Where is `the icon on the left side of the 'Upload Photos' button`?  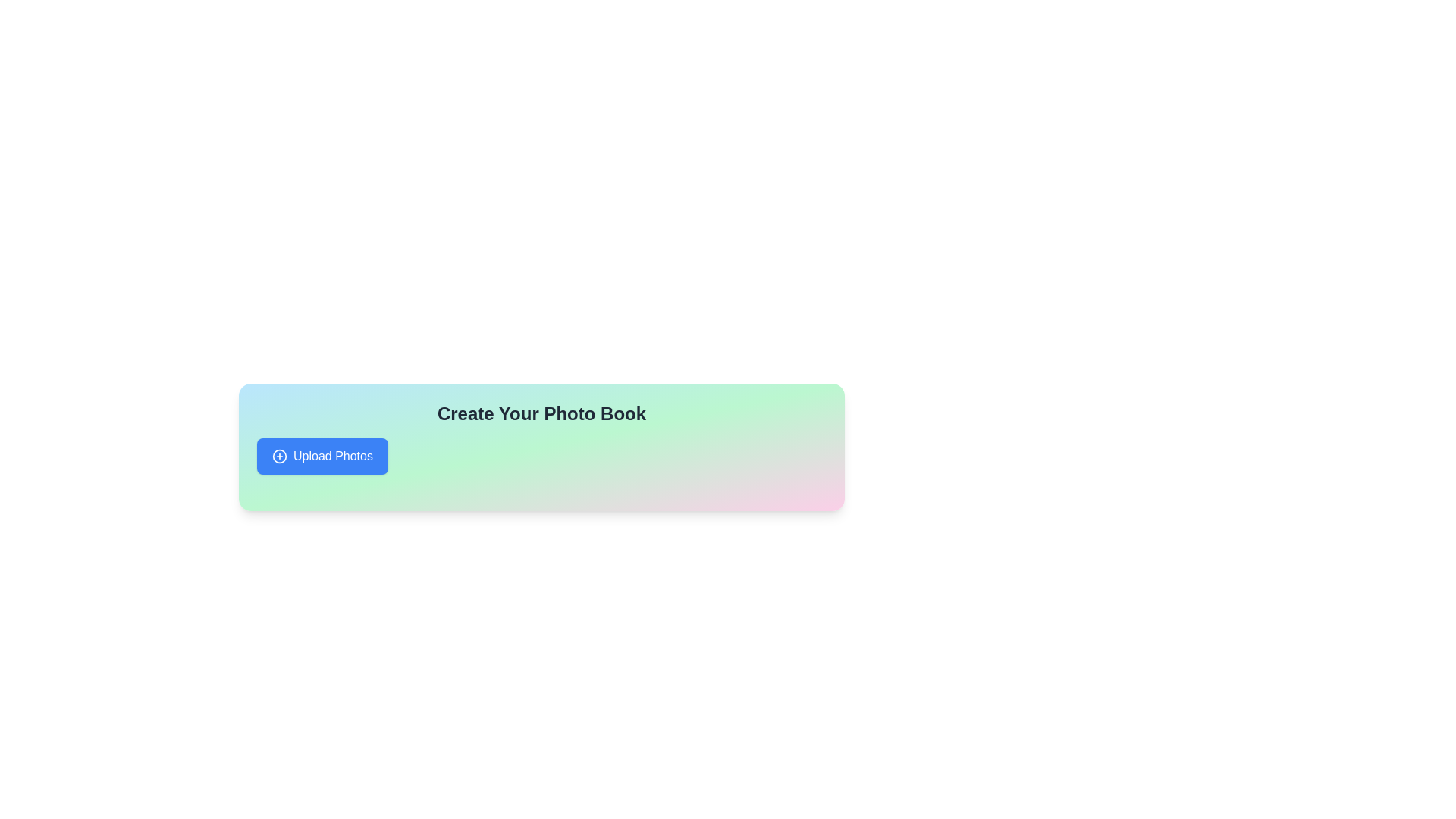
the icon on the left side of the 'Upload Photos' button is located at coordinates (280, 455).